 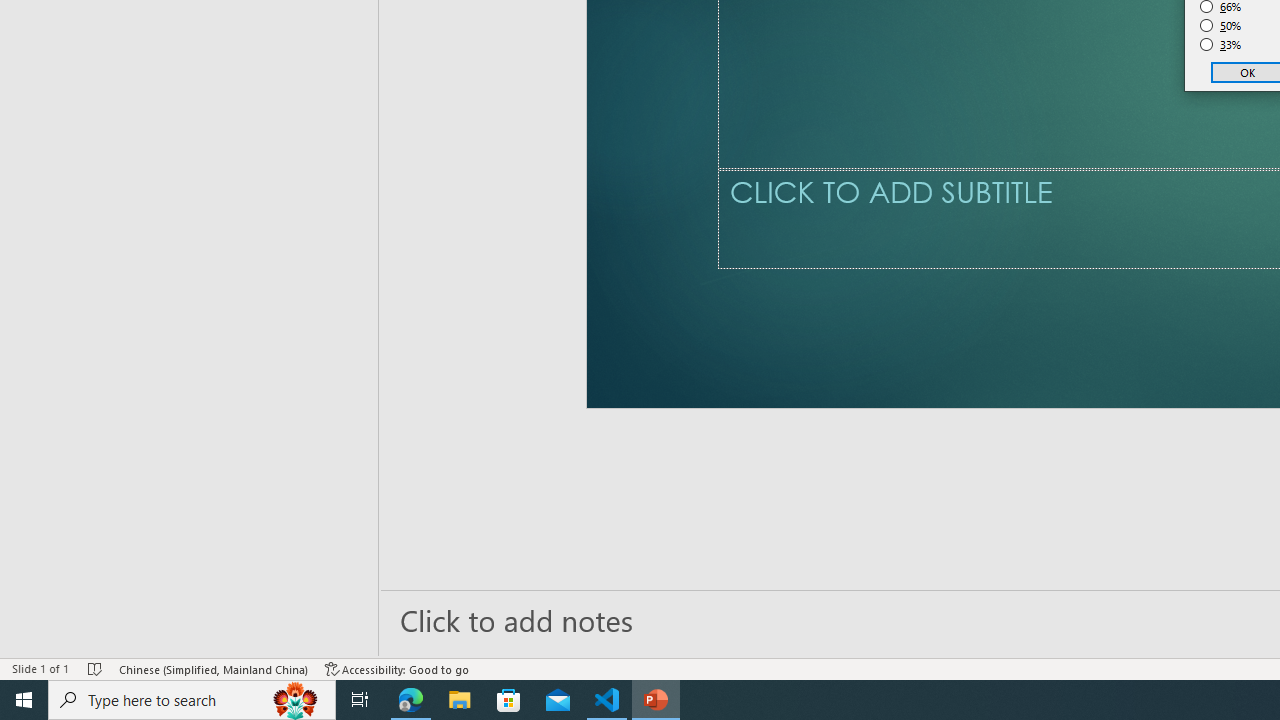 I want to click on 'Accessibility Checker Accessibility: Good to go', so click(x=397, y=669).